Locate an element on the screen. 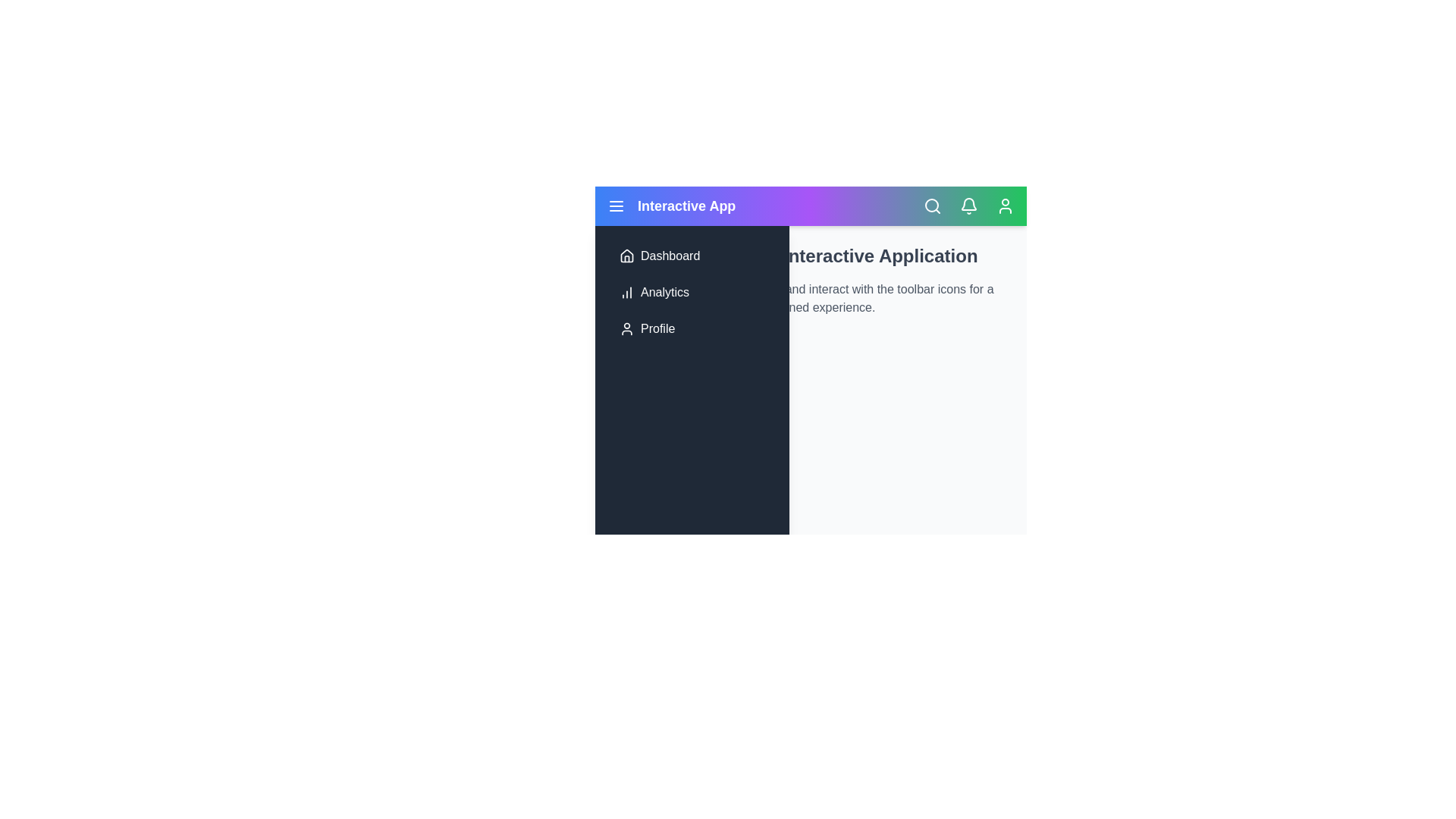  the toolbar icon Bell is located at coordinates (968, 206).